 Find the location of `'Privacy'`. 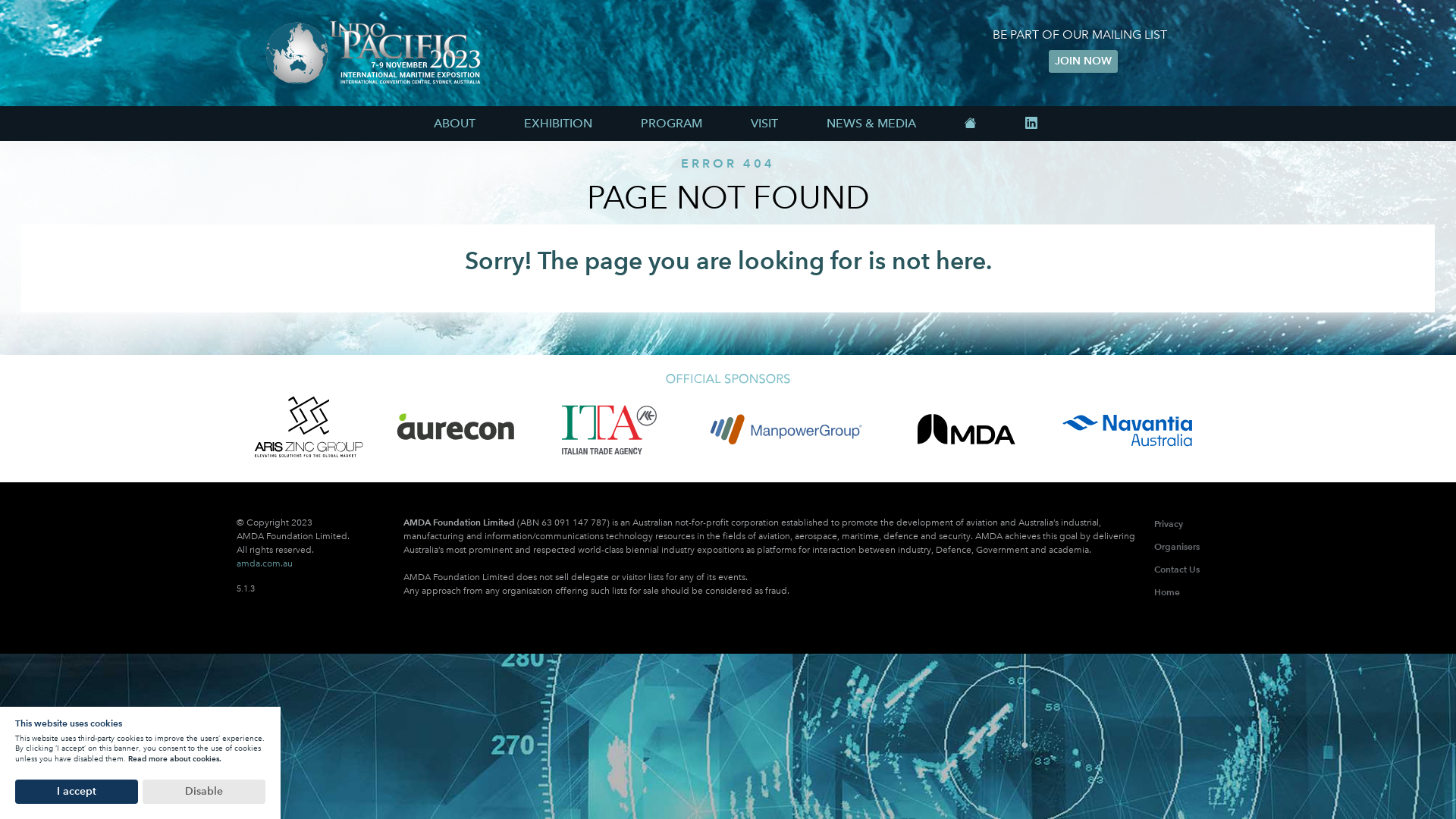

'Privacy' is located at coordinates (1167, 522).